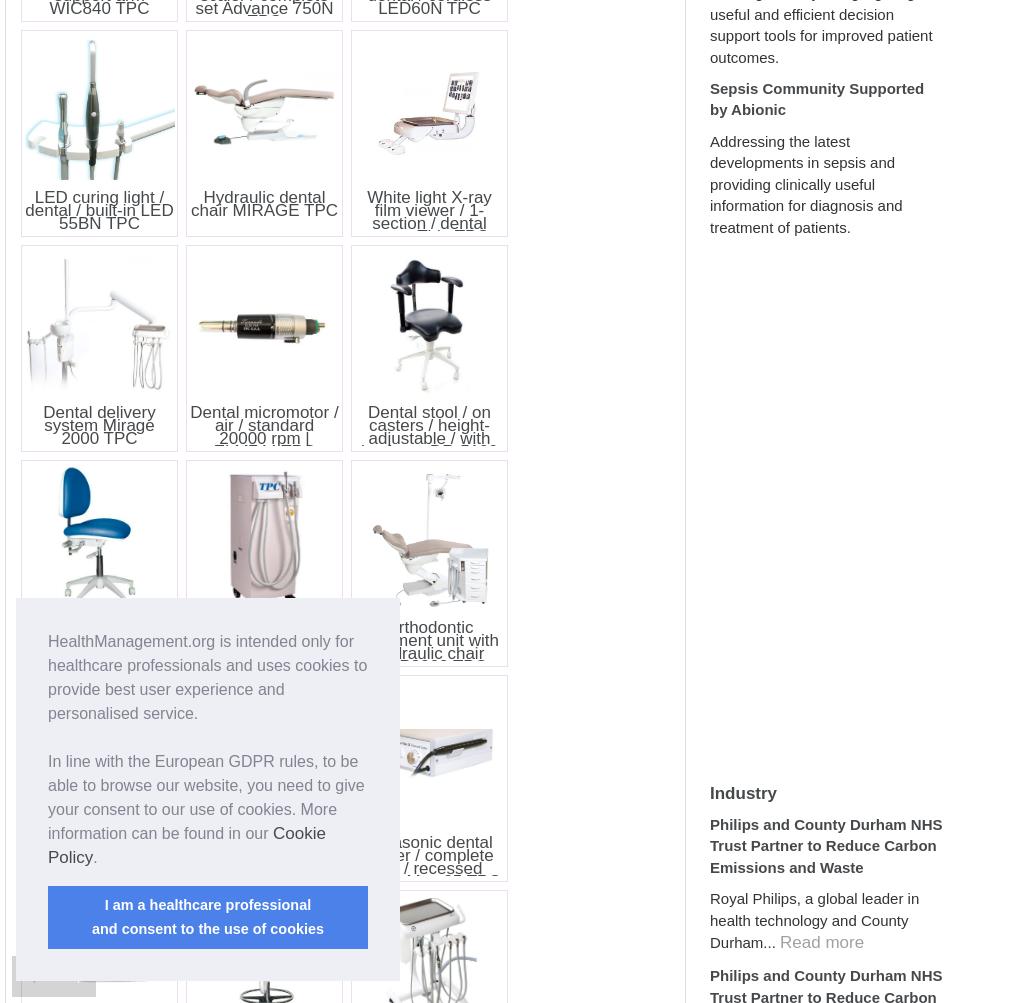 Image resolution: width=1010 pixels, height=1003 pixels. Describe the element at coordinates (97, 848) in the screenshot. I see `'Dental air polisher MODEL P555 TPC'` at that location.